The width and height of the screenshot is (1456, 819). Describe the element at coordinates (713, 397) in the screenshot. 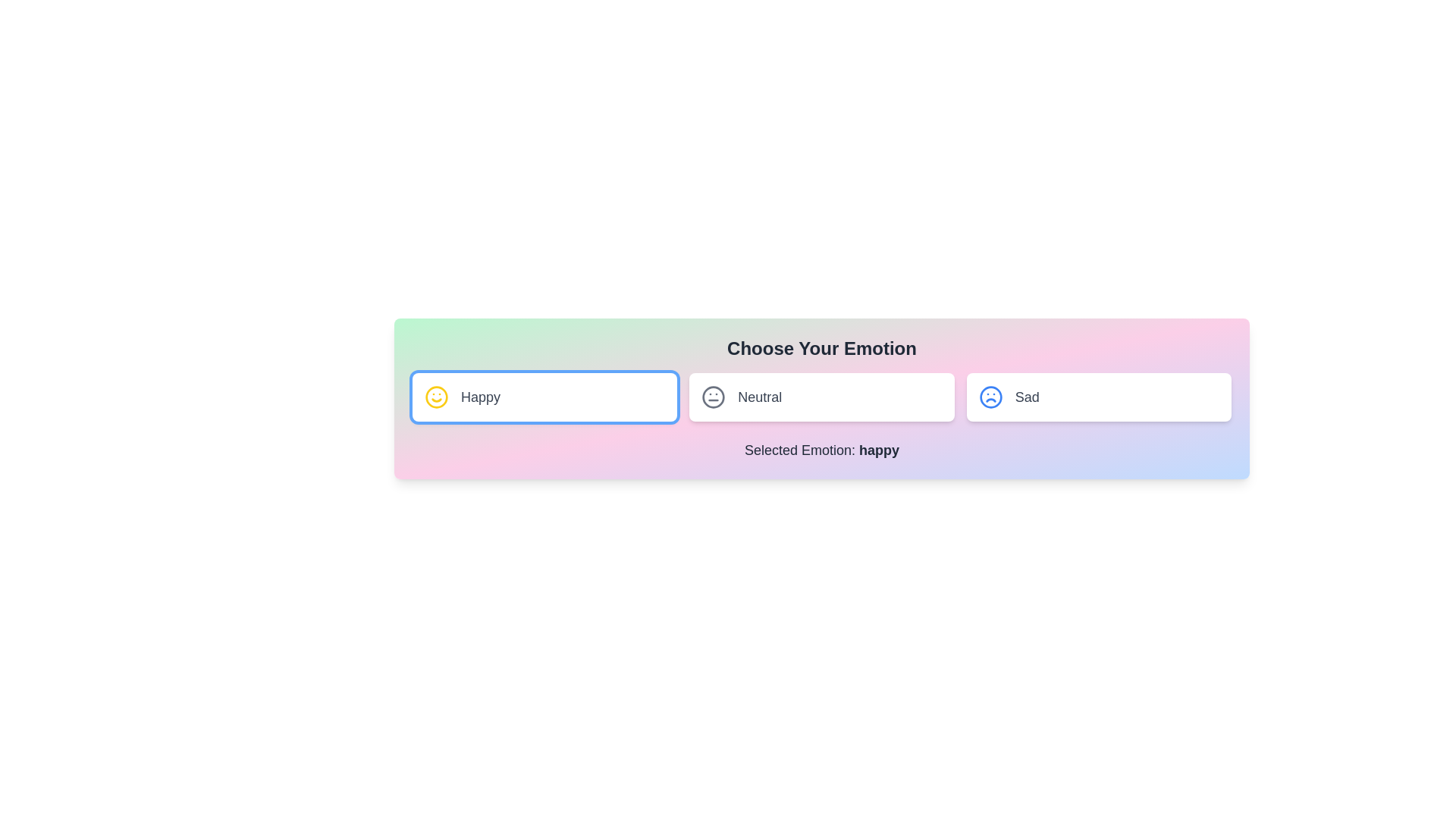

I see `the Circular SVG graphic that serves as the backdrop for the 'Neutral' emoticon, which is the largest circular shape in the SVG component` at that location.